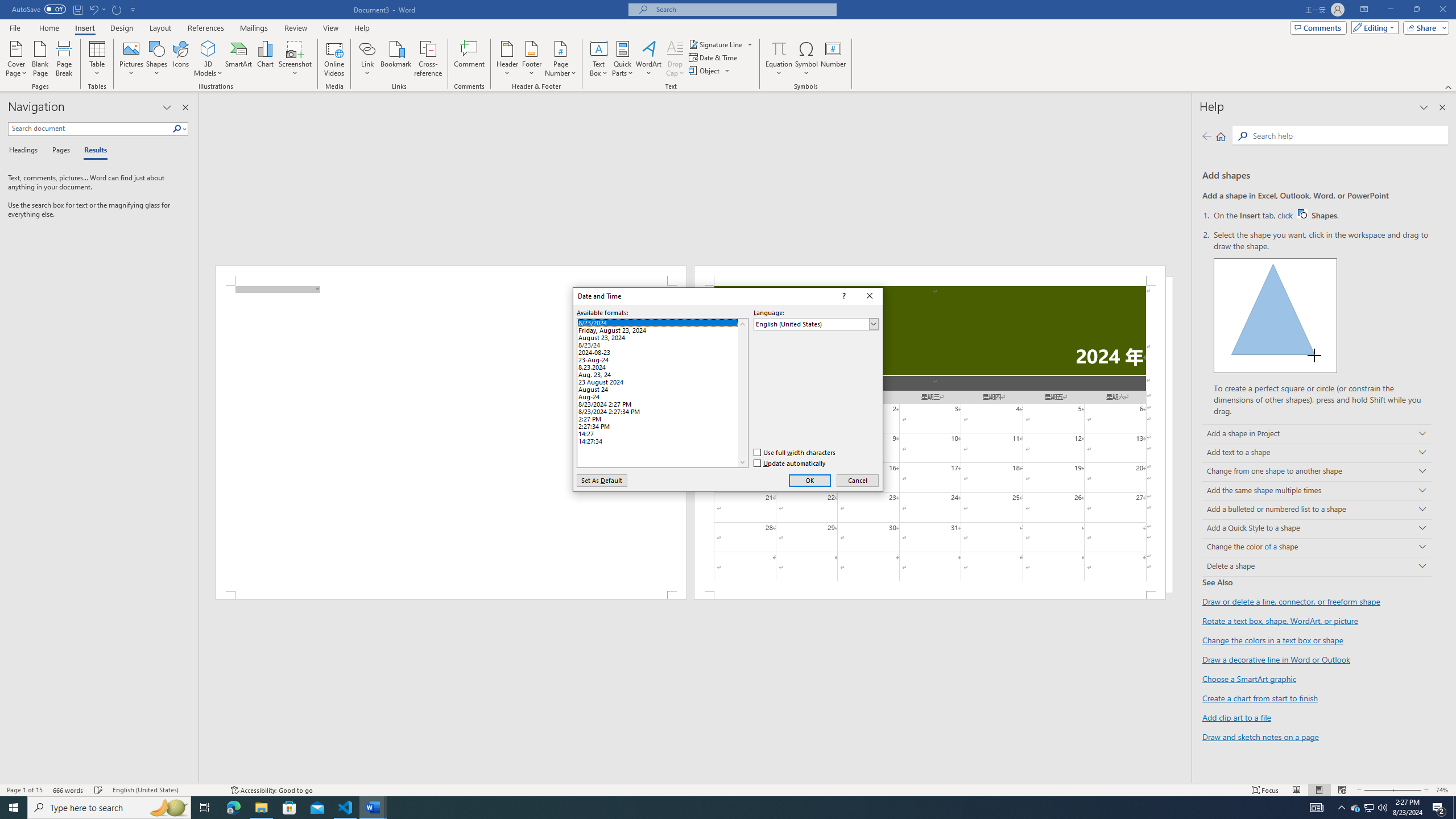 The width and height of the screenshot is (1456, 819). What do you see at coordinates (661, 358) in the screenshot?
I see `'23-Aug-24'` at bounding box center [661, 358].